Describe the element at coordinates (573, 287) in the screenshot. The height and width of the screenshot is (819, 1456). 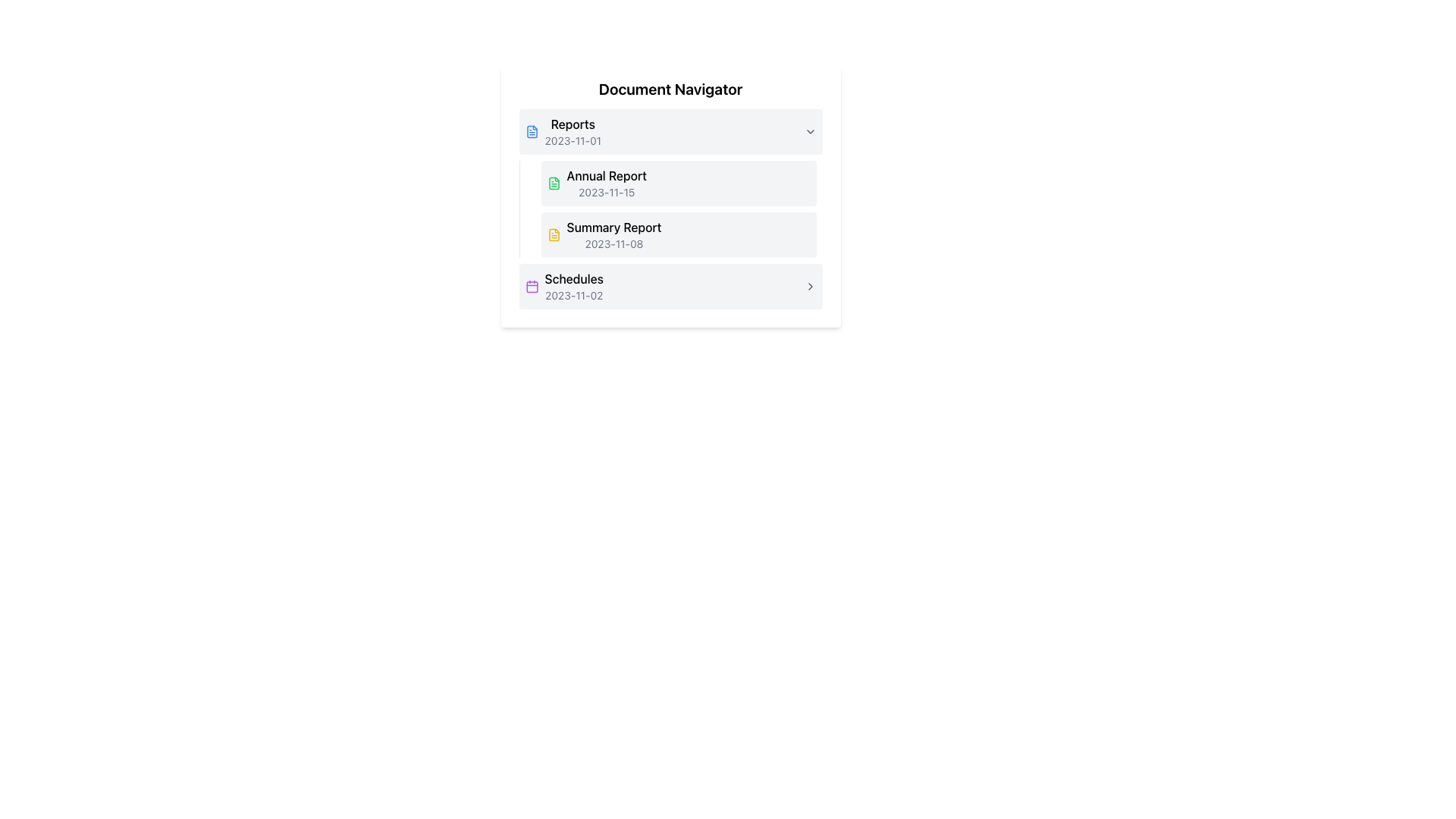
I see `text label located below the purple calendar icon, which contains the heading 'Schedules' and the subtext '2023-11-02'` at that location.